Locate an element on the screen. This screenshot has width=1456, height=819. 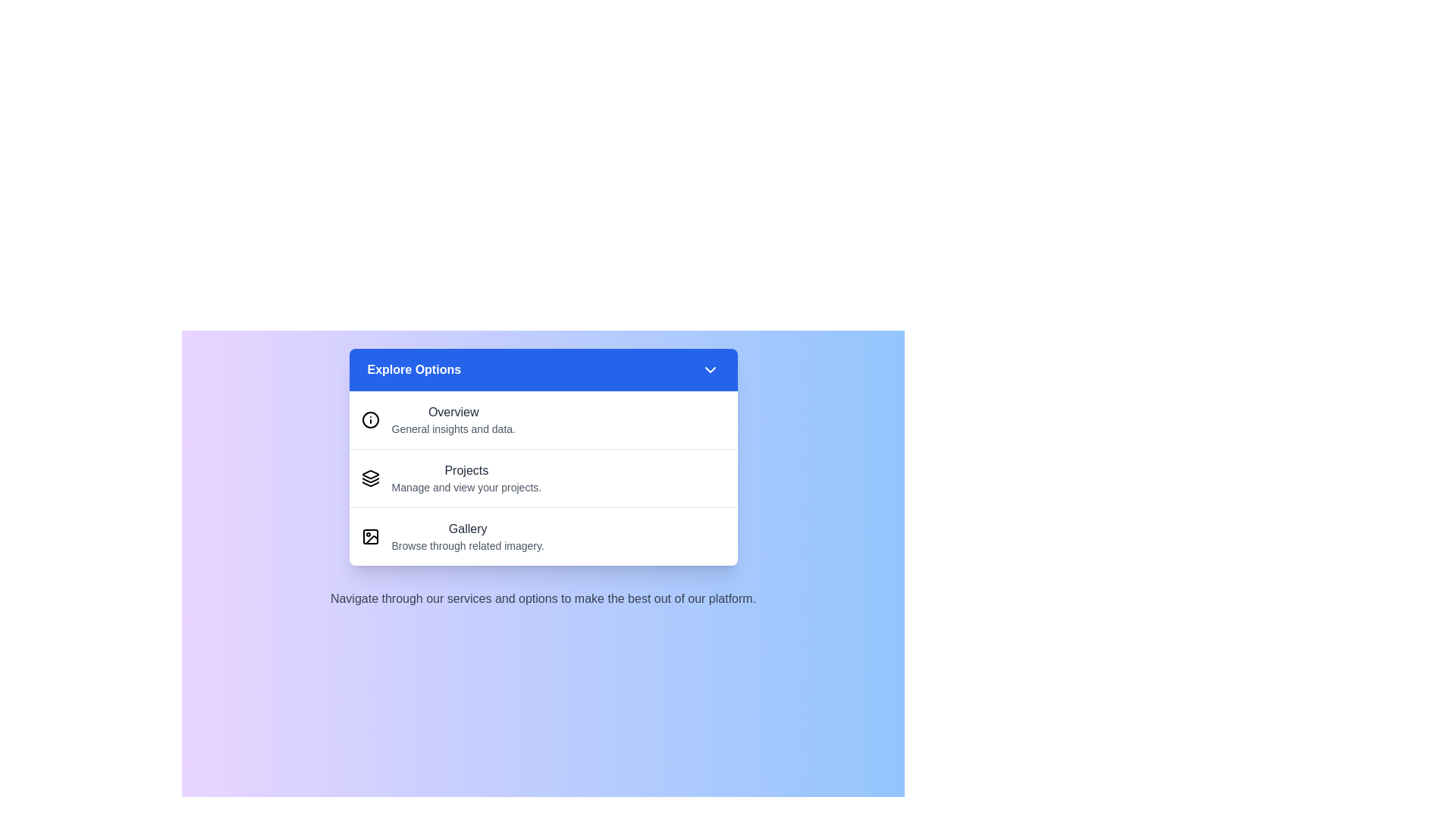
the menu item Gallery from the options is located at coordinates (467, 536).